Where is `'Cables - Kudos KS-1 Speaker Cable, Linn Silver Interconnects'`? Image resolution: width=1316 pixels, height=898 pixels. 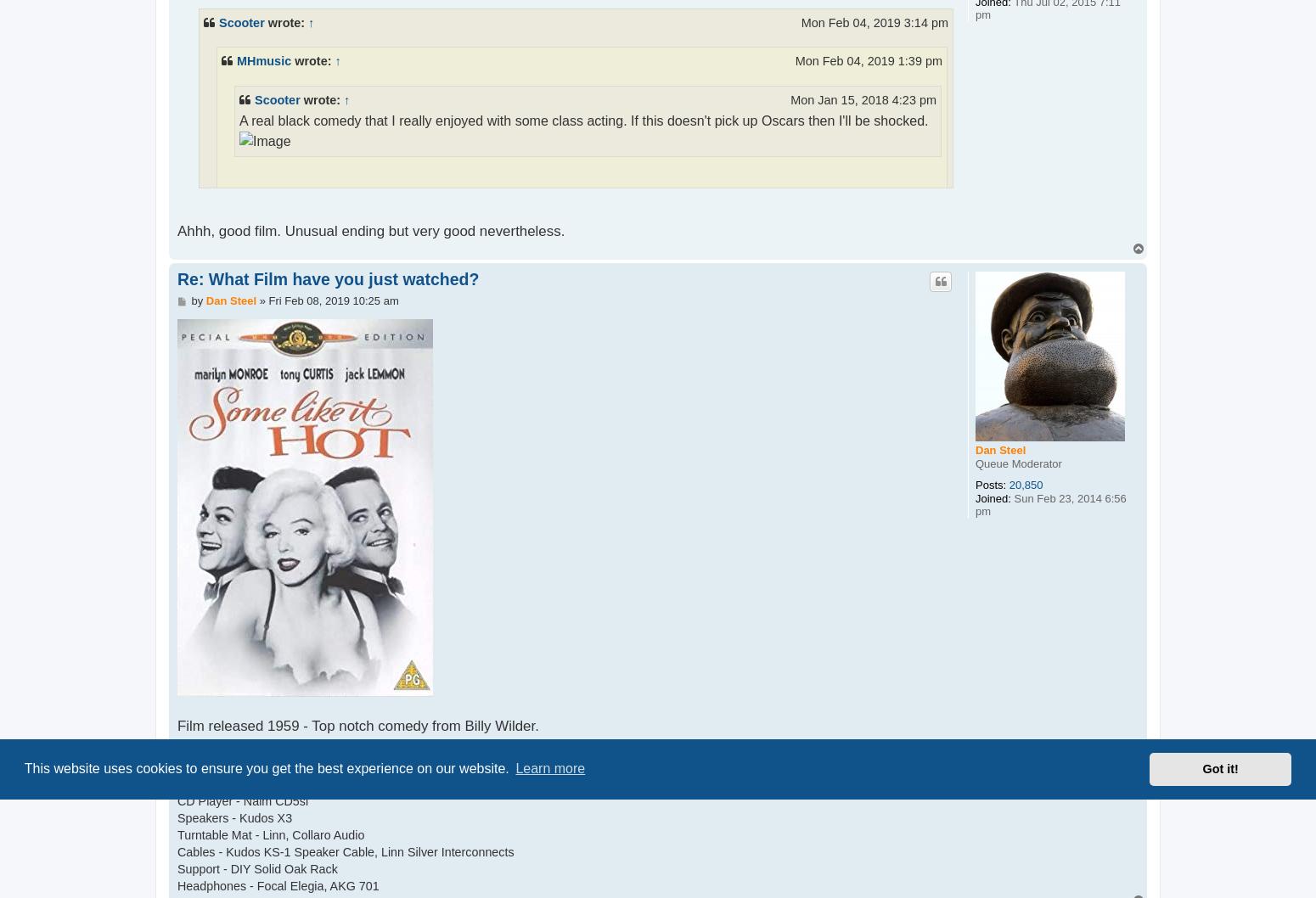 'Cables - Kudos KS-1 Speaker Cable, Linn Silver Interconnects' is located at coordinates (346, 851).